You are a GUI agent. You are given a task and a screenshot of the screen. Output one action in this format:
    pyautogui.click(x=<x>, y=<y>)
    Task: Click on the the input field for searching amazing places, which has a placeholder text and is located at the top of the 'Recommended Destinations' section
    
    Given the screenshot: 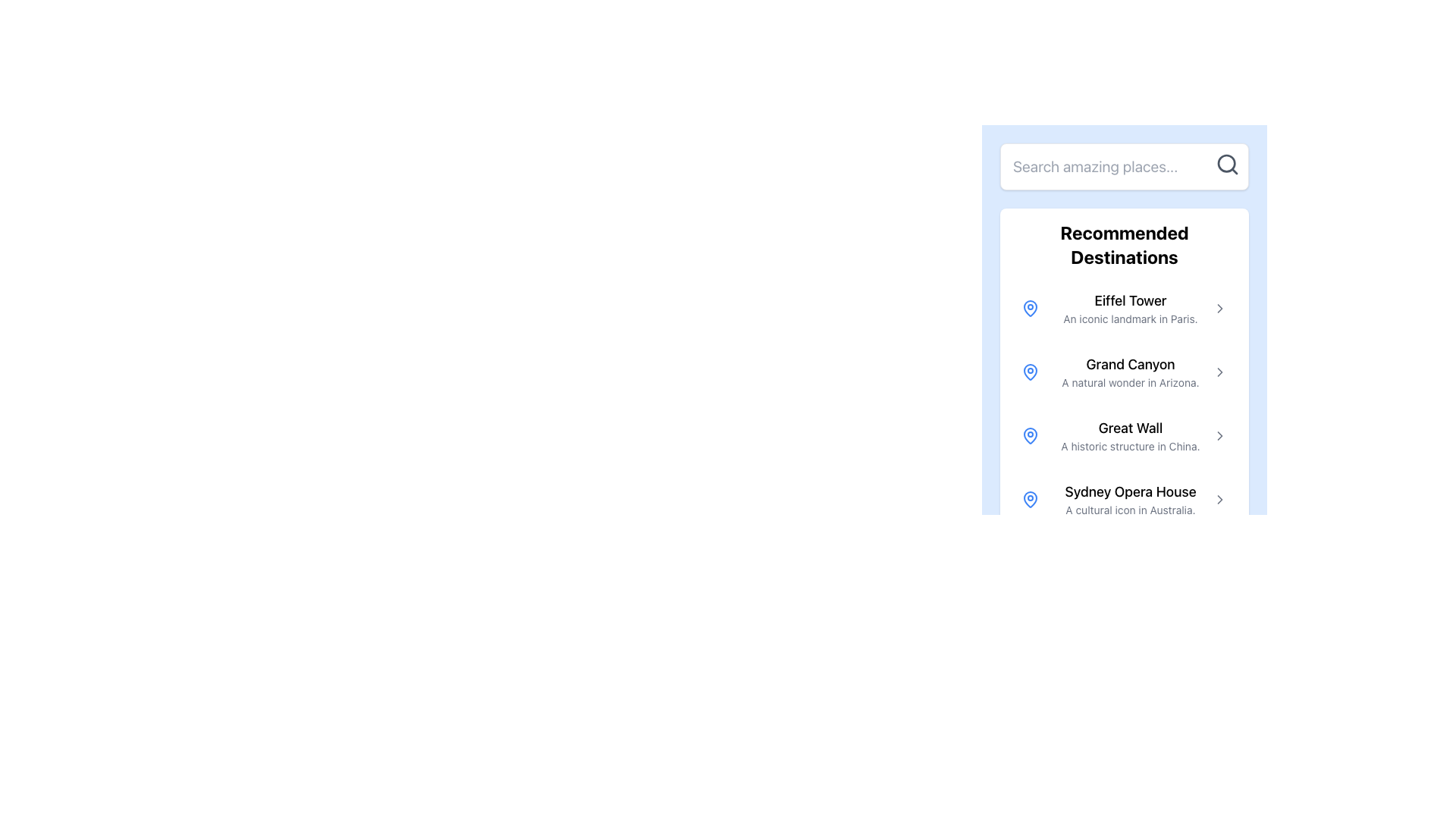 What is the action you would take?
    pyautogui.click(x=1125, y=166)
    